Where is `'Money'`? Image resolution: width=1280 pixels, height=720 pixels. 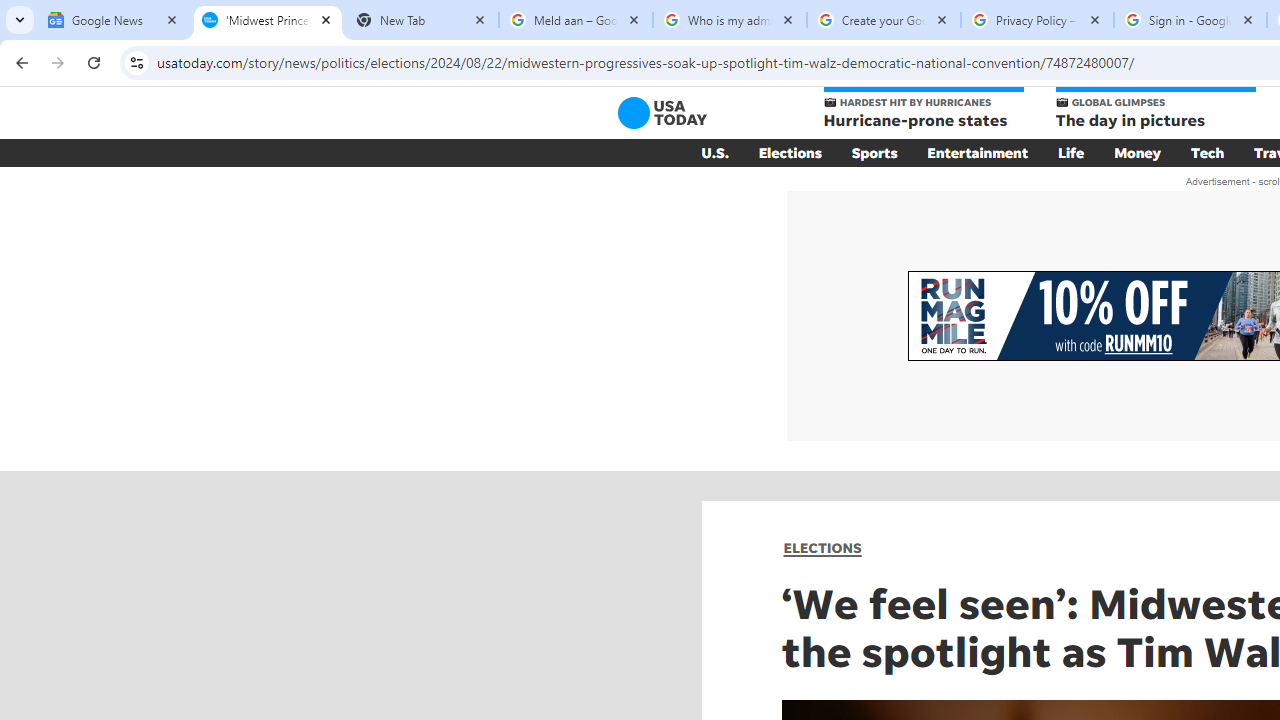
'Money' is located at coordinates (1137, 152).